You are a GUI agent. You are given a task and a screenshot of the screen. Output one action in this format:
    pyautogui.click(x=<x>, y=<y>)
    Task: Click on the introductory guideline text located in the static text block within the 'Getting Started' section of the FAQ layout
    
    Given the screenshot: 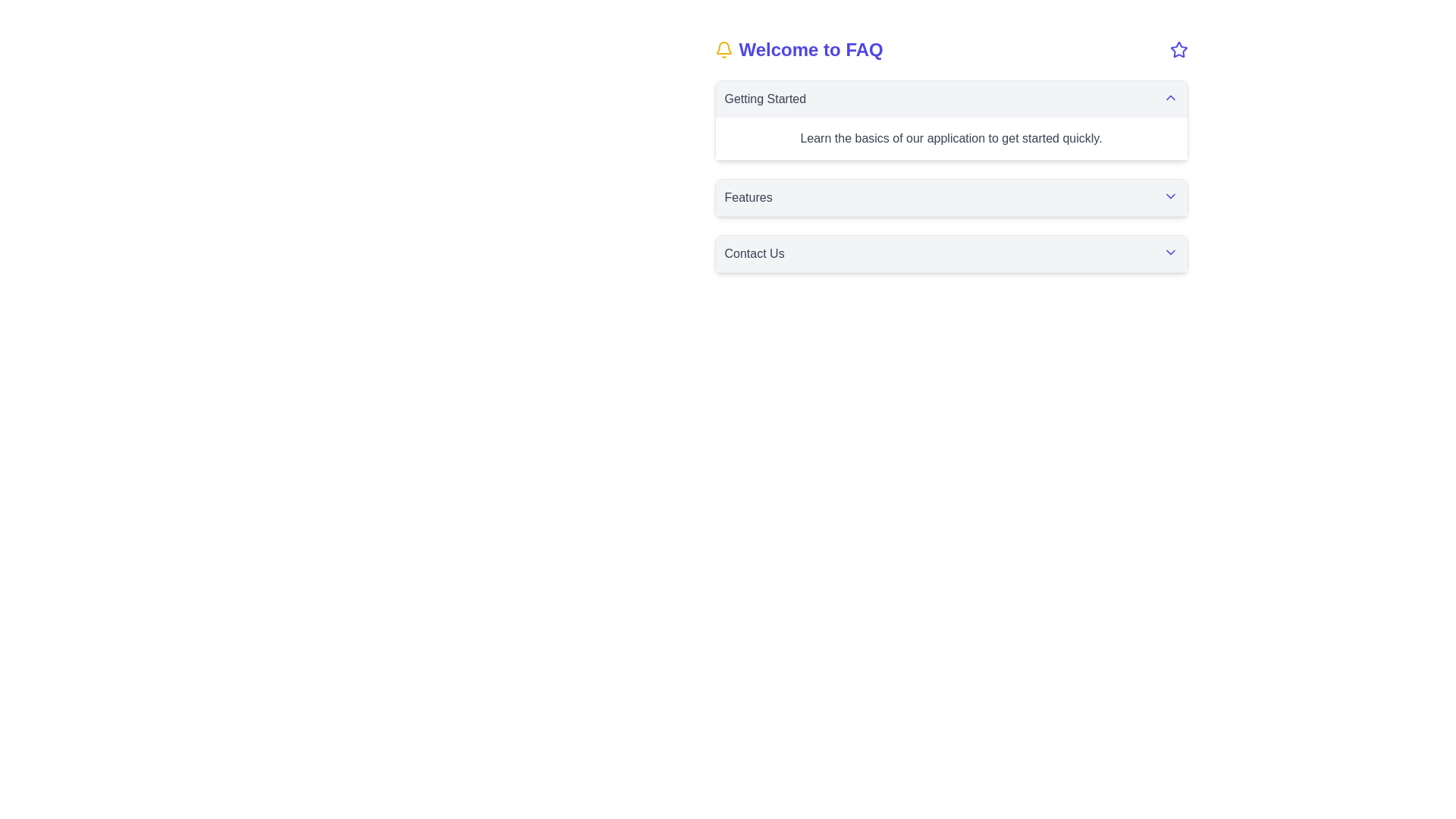 What is the action you would take?
    pyautogui.click(x=950, y=138)
    